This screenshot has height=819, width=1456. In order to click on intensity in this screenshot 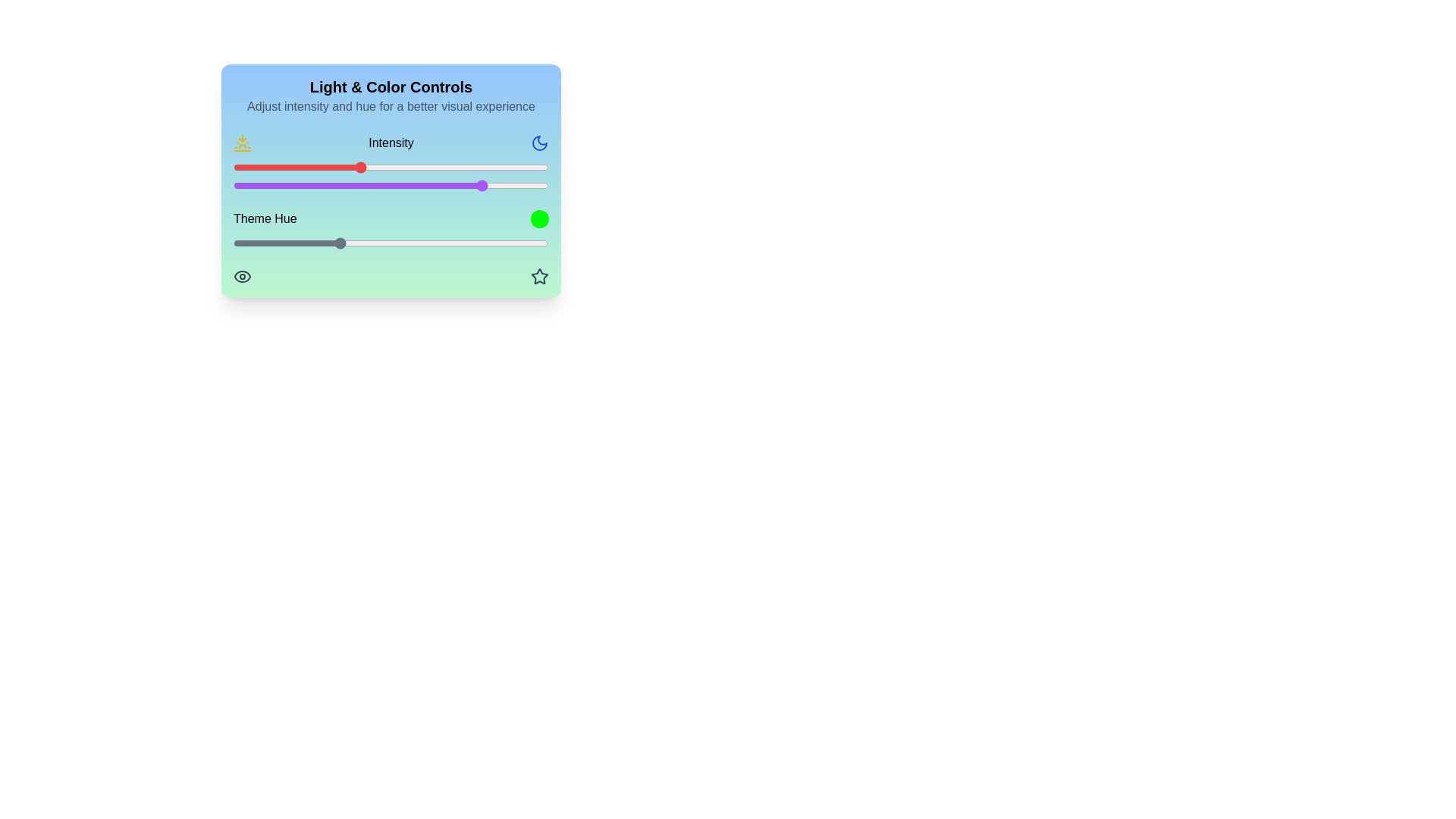, I will do `click(435, 167)`.